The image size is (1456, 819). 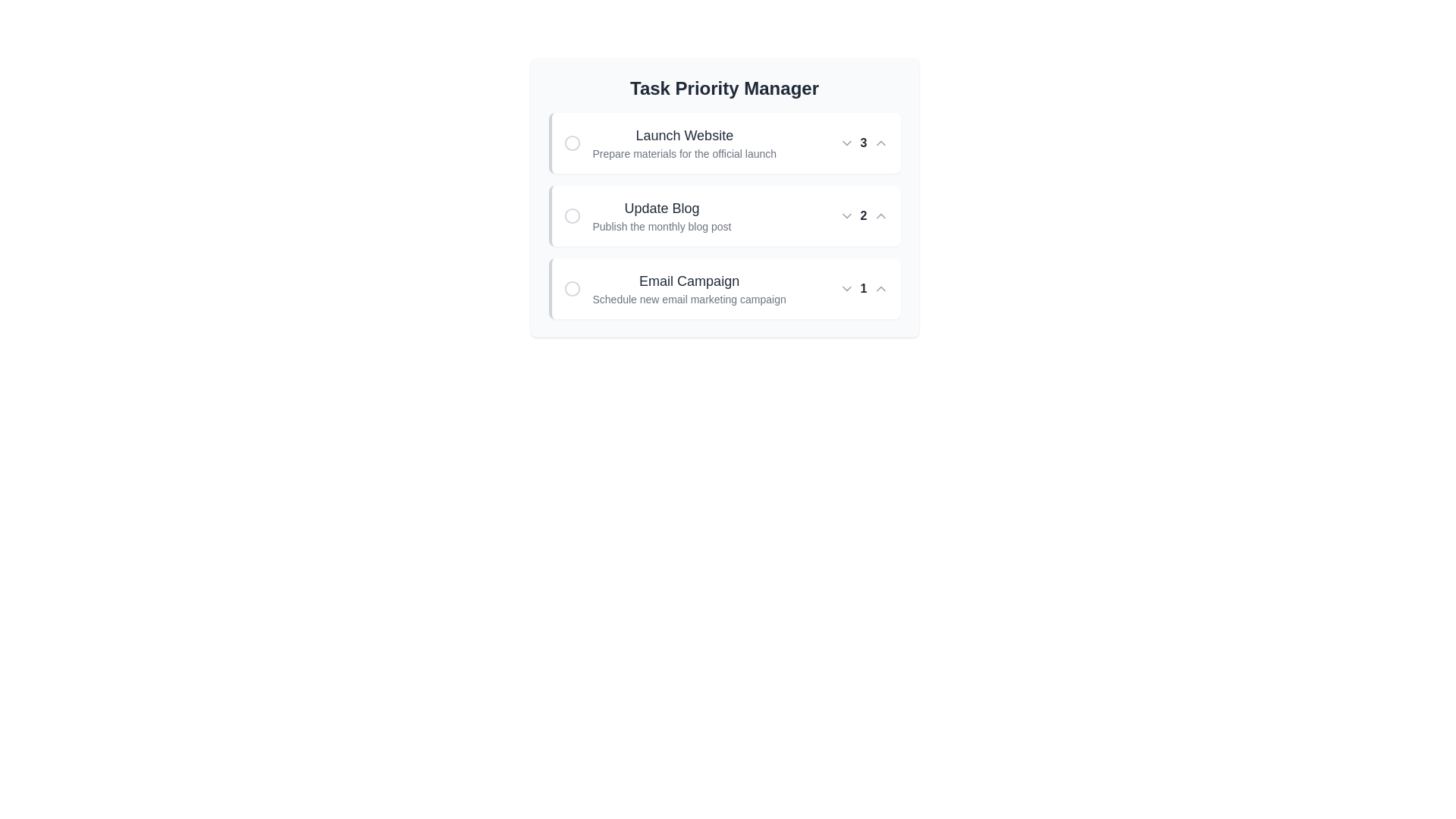 I want to click on supplementary text description located directly below the 'Email Campaign' label in the interface, so click(x=689, y=299).